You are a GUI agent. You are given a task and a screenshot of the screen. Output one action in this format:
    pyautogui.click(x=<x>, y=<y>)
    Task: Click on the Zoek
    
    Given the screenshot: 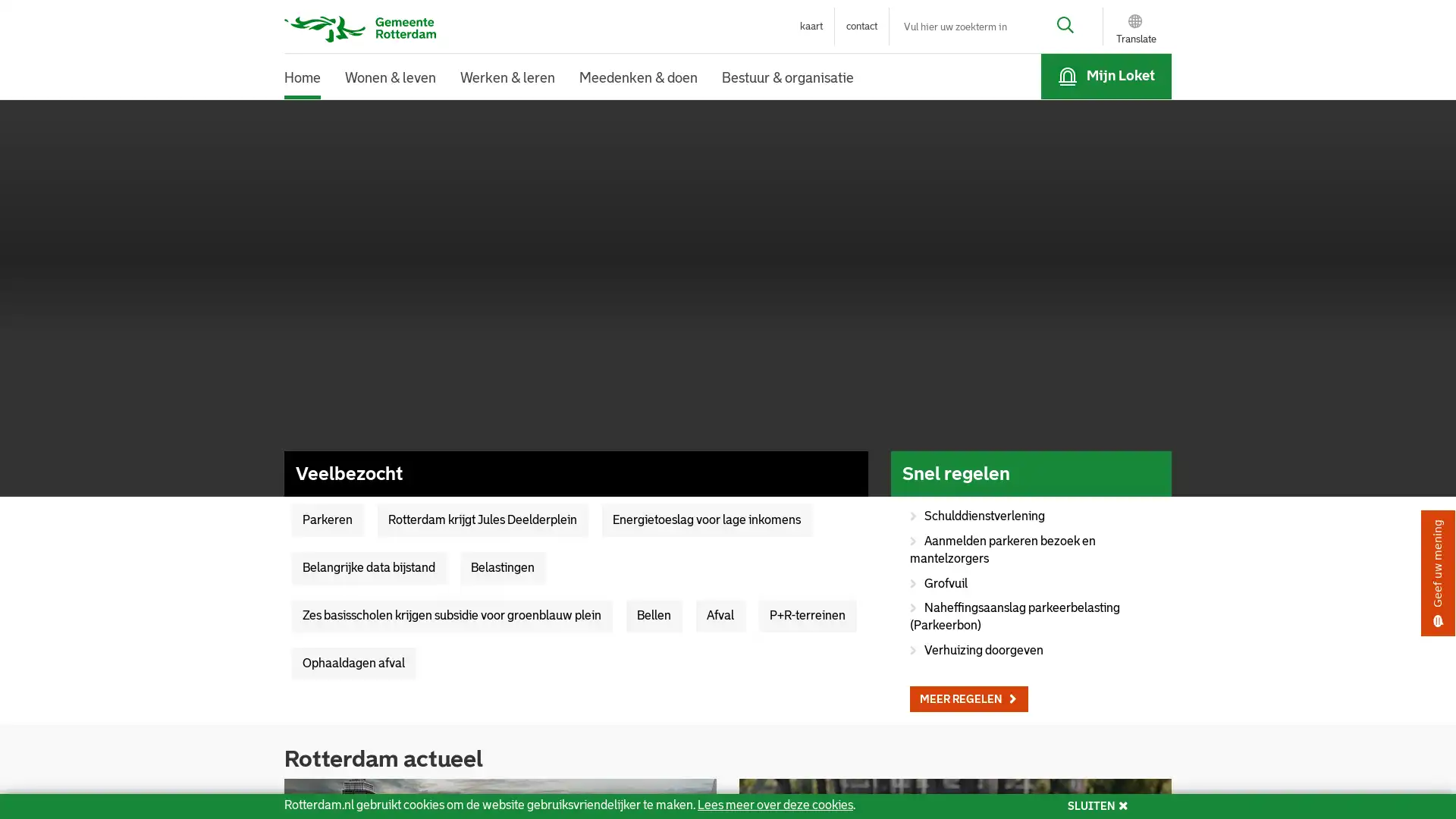 What is the action you would take?
    pyautogui.click(x=1053, y=27)
    